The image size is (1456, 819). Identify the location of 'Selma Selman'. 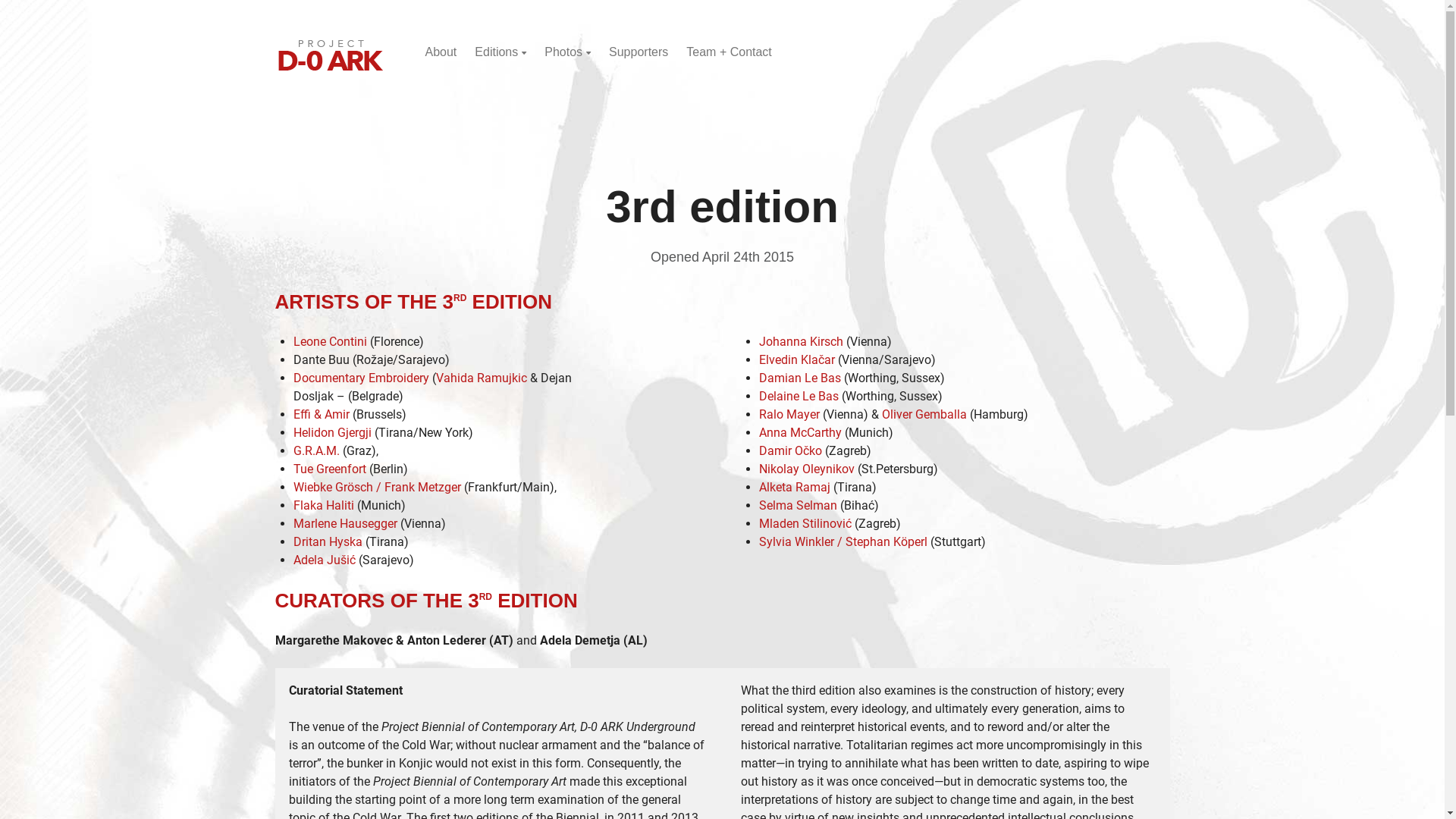
(758, 505).